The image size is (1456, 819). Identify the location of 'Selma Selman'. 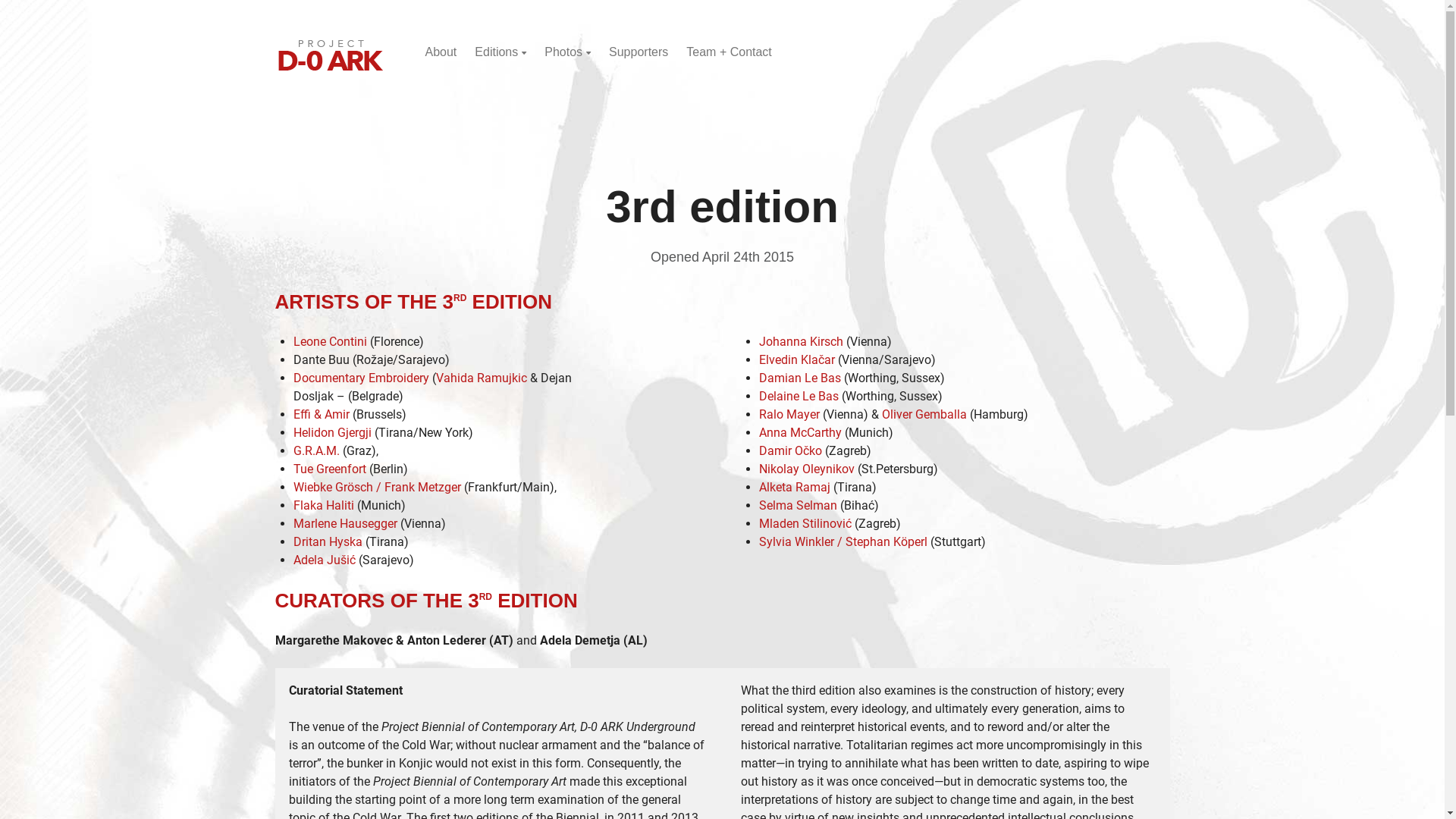
(758, 505).